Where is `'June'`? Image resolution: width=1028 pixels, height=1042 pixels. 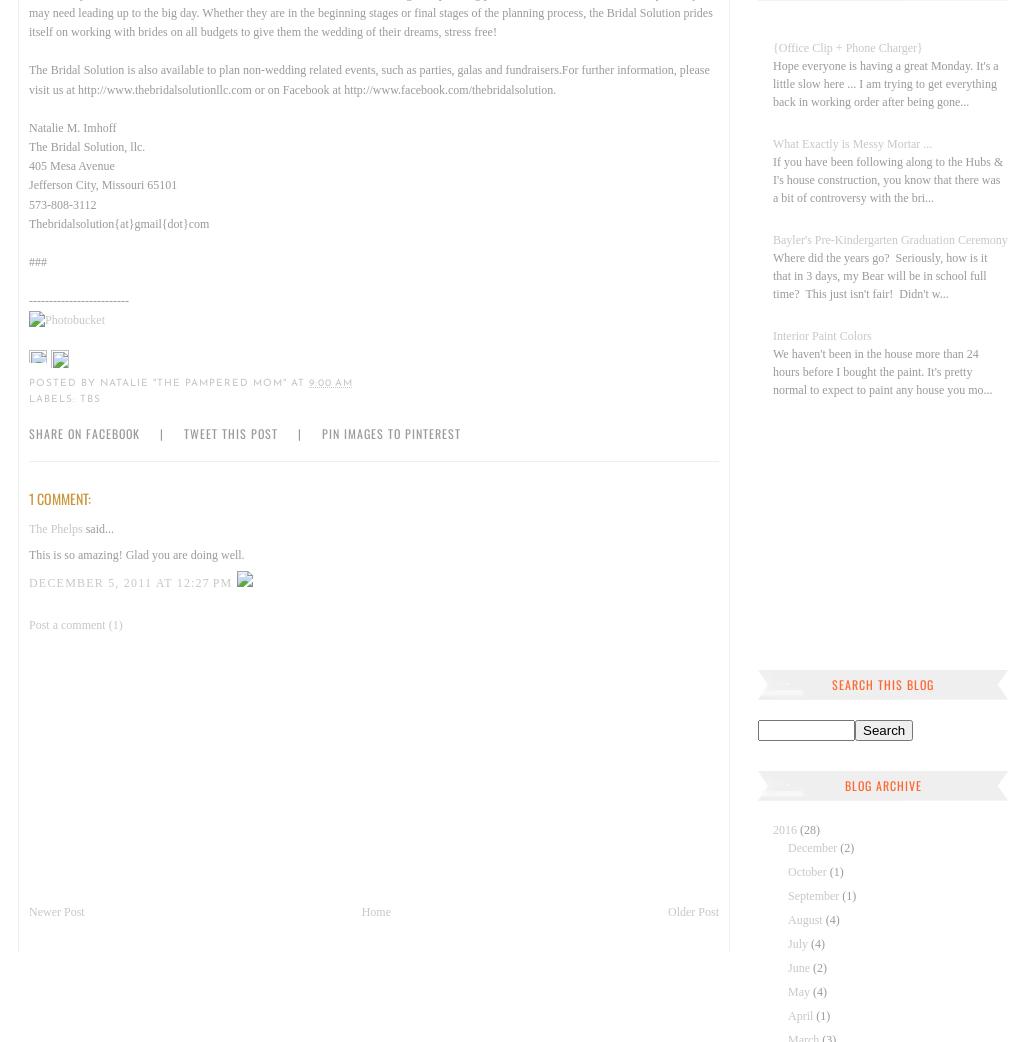
'June' is located at coordinates (800, 968).